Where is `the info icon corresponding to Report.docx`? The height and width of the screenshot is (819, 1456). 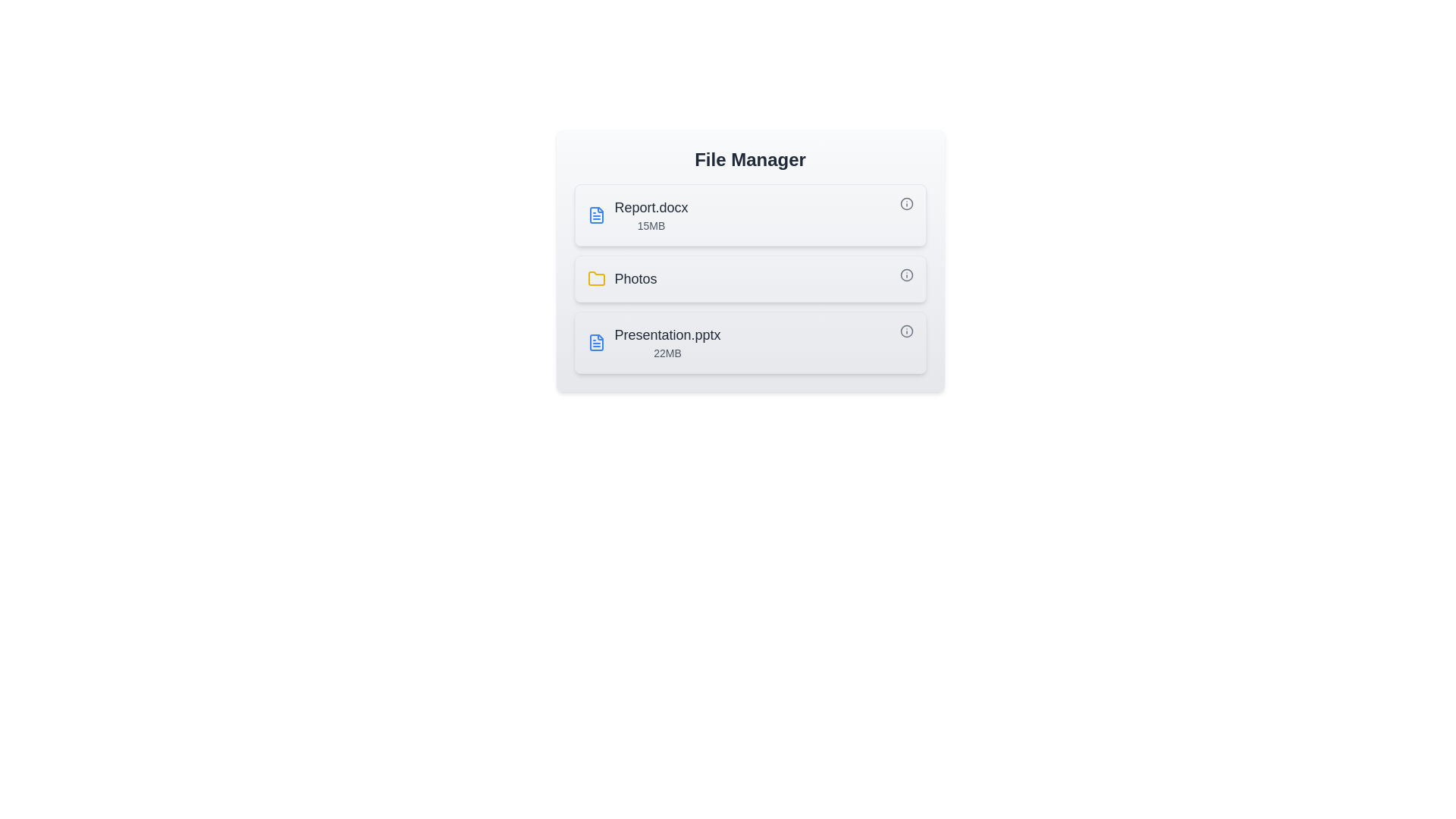
the info icon corresponding to Report.docx is located at coordinates (906, 203).